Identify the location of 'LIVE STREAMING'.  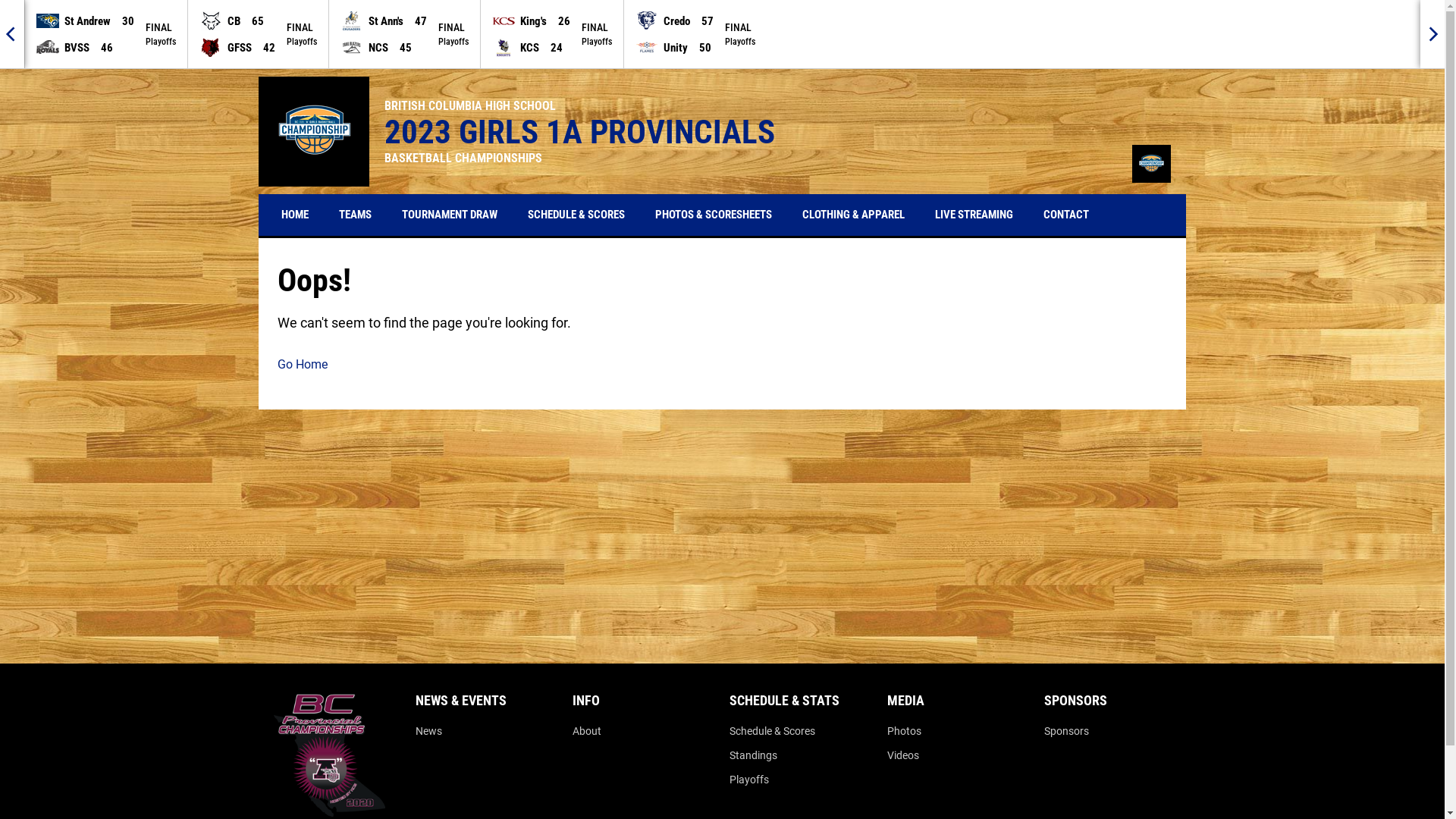
(974, 215).